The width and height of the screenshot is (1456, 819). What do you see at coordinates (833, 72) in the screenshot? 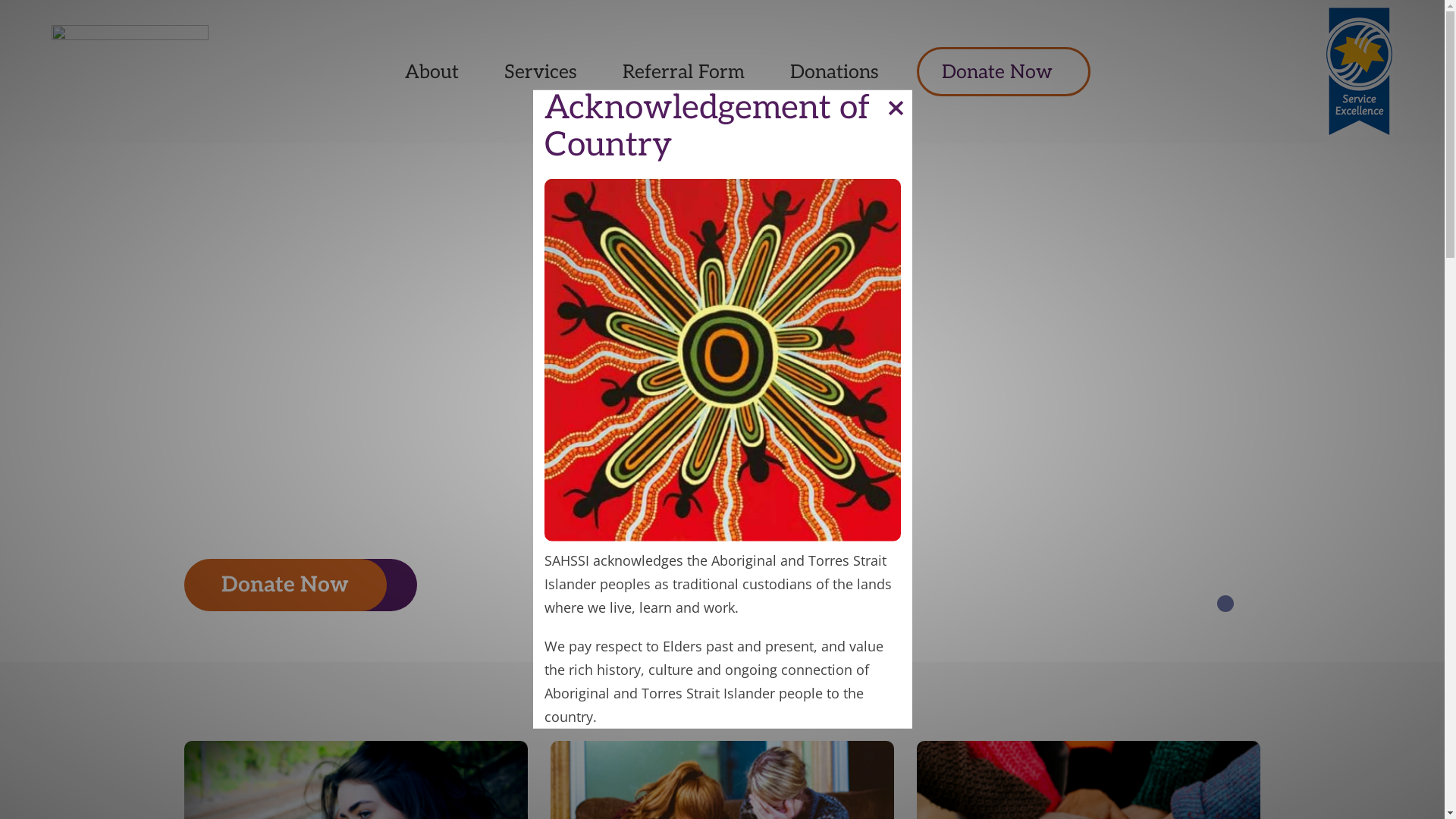
I see `'Donations'` at bounding box center [833, 72].